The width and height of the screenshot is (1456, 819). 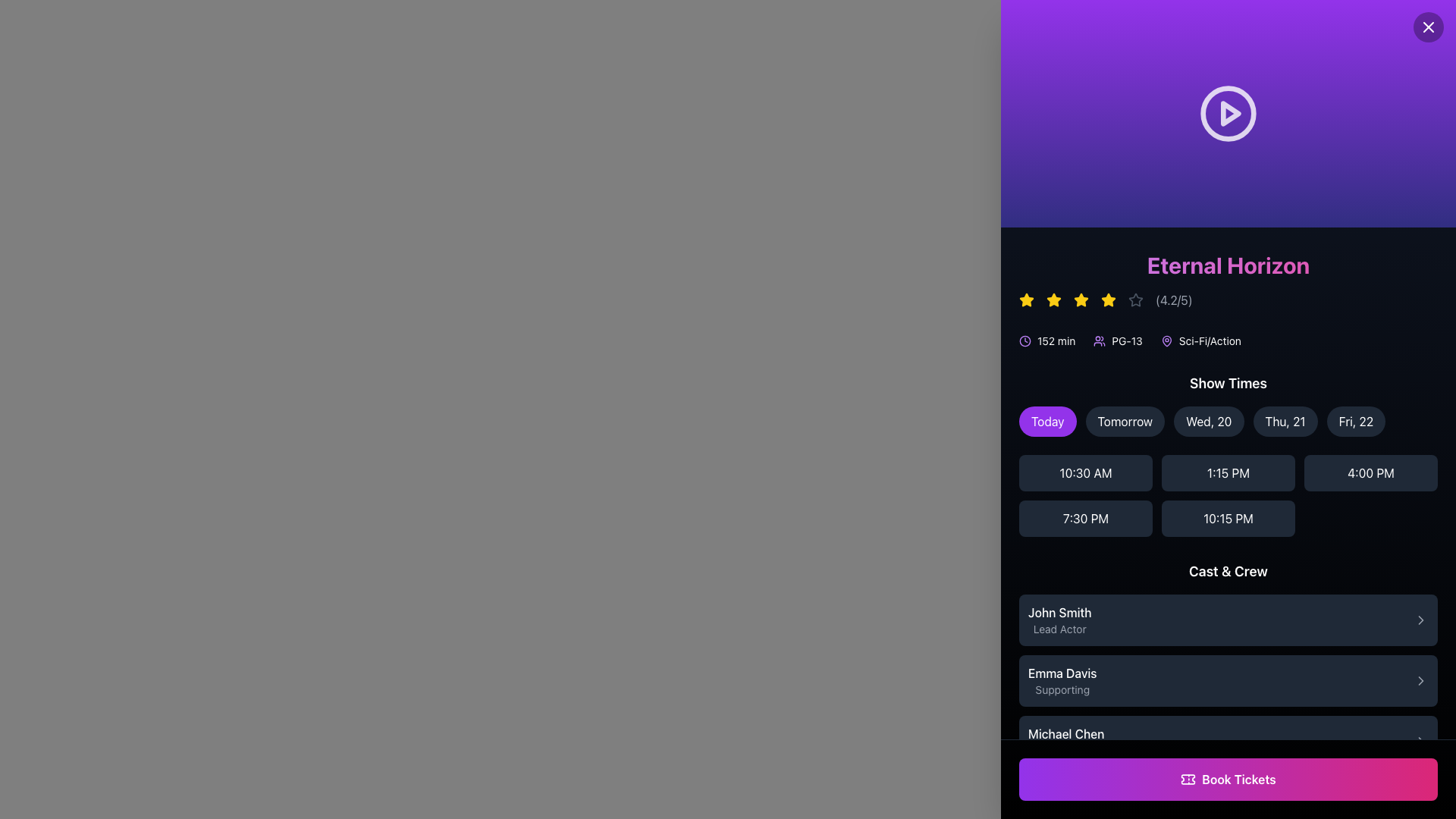 What do you see at coordinates (1025, 341) in the screenshot?
I see `the central part of the clock icon graphic, which is represented by a circle within an SVG, located at the top right of the interface` at bounding box center [1025, 341].